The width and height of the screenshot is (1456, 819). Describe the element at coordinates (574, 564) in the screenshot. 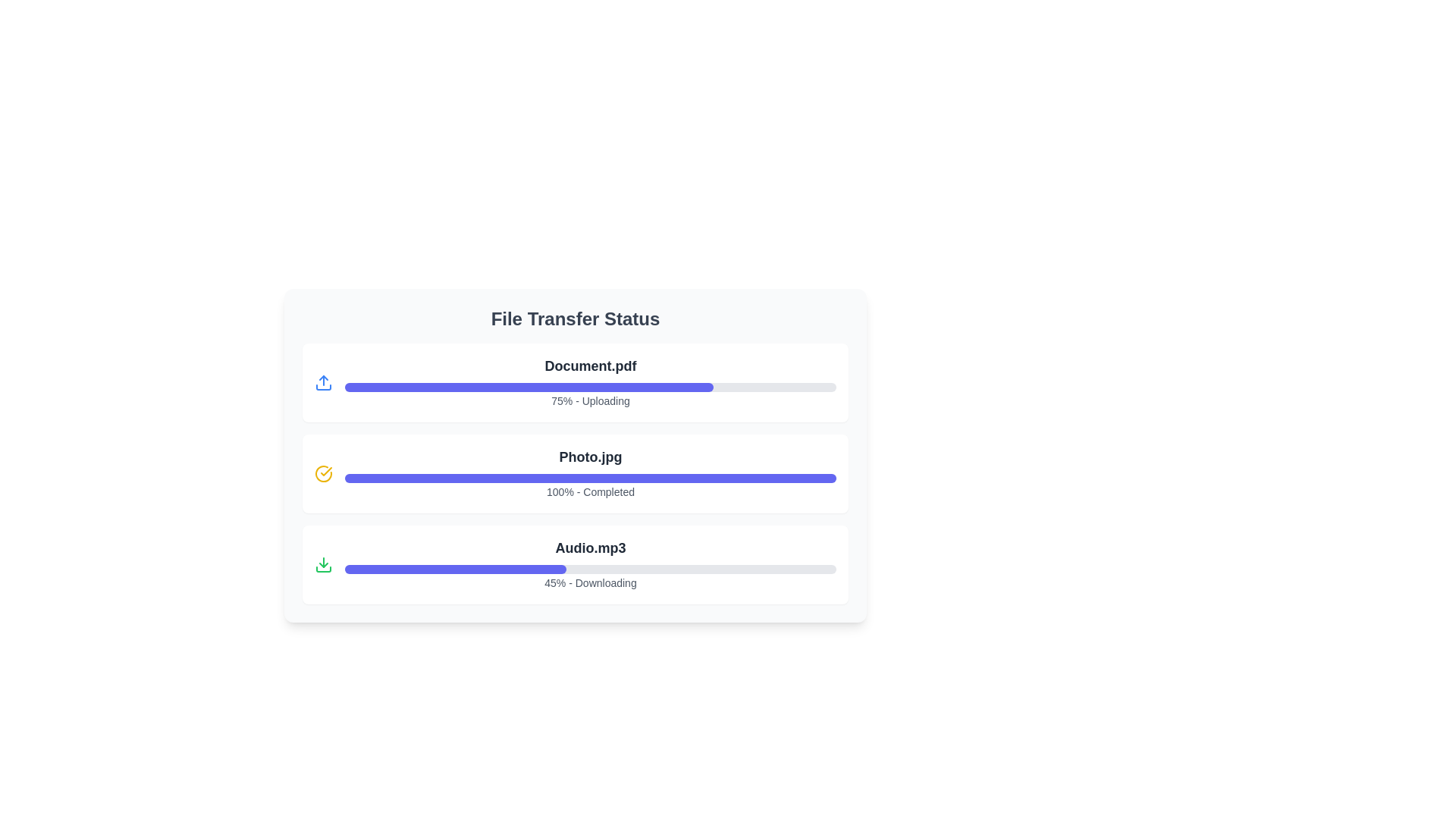

I see `the file name 'Audio.mp3' and status '45% - Downloading' displayed on the progress bar, which is the third entry in the list of file transfer progress bars` at that location.